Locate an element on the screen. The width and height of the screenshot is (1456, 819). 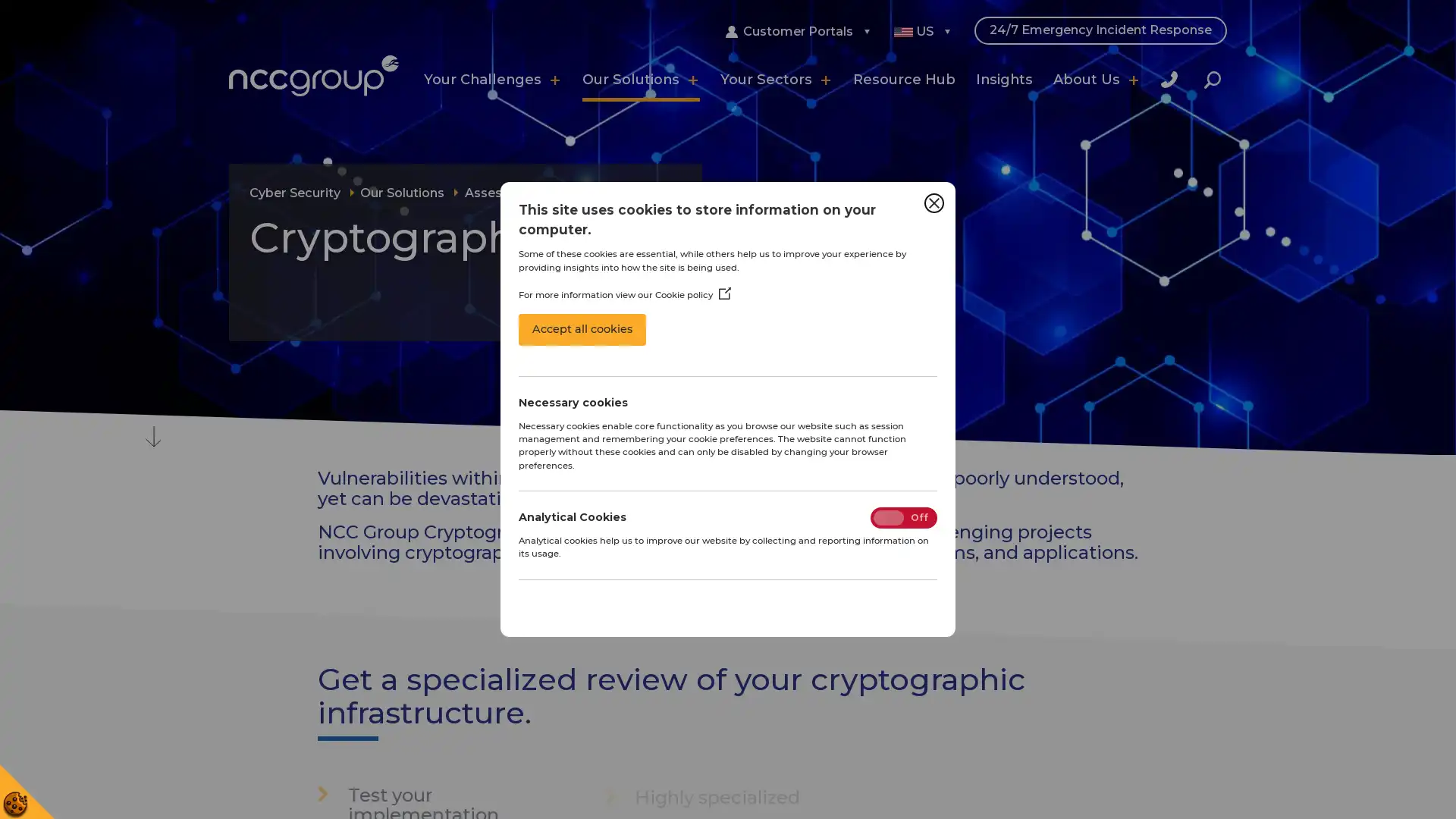
Accept all cookies is located at coordinates (582, 328).